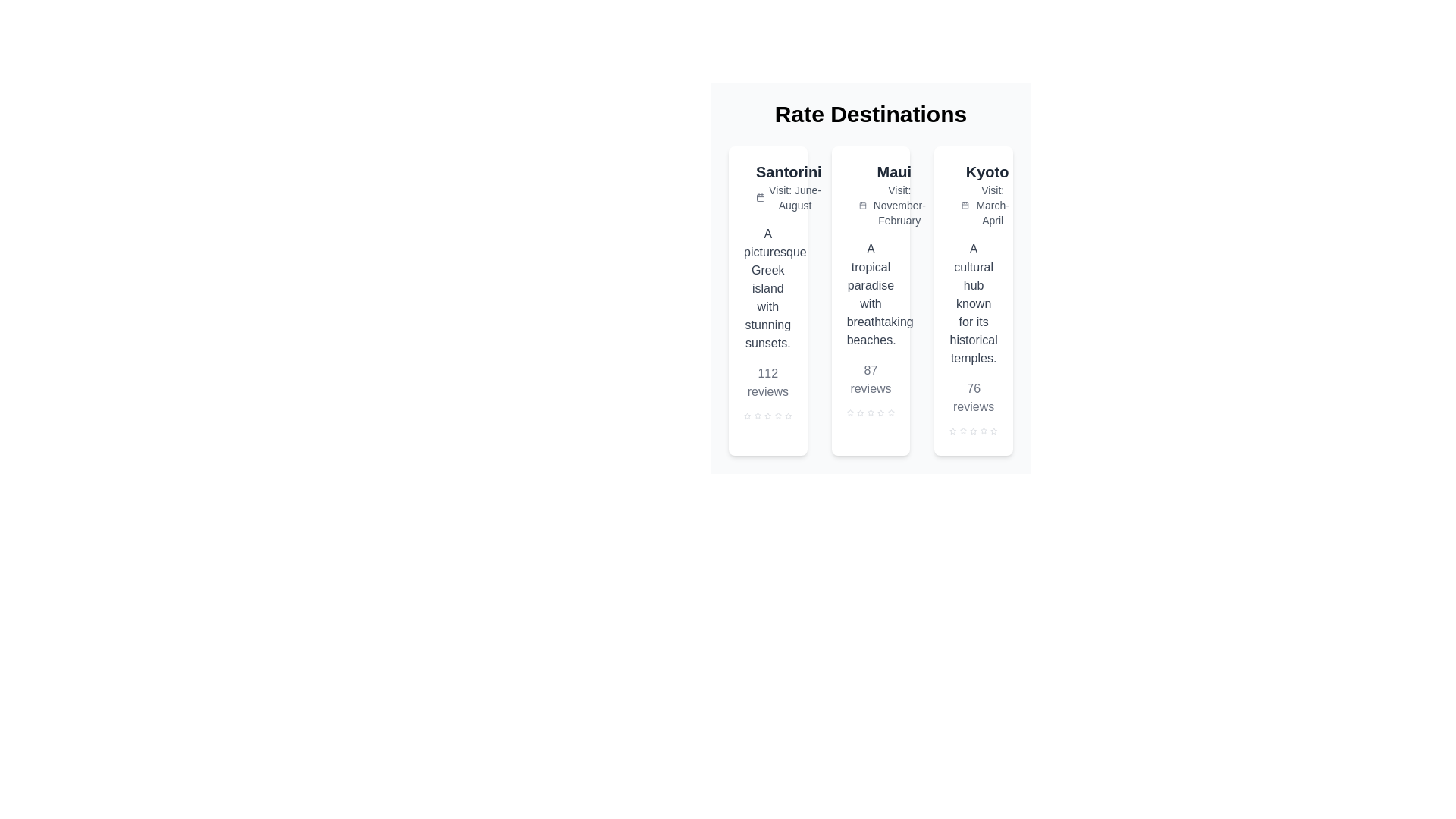 This screenshot has height=819, width=1456. I want to click on the decorative SVG rectangle element that is part of the icon above the card titled 'Kyoto' located in the rightmost section of a three-column card layout, so click(958, 178).